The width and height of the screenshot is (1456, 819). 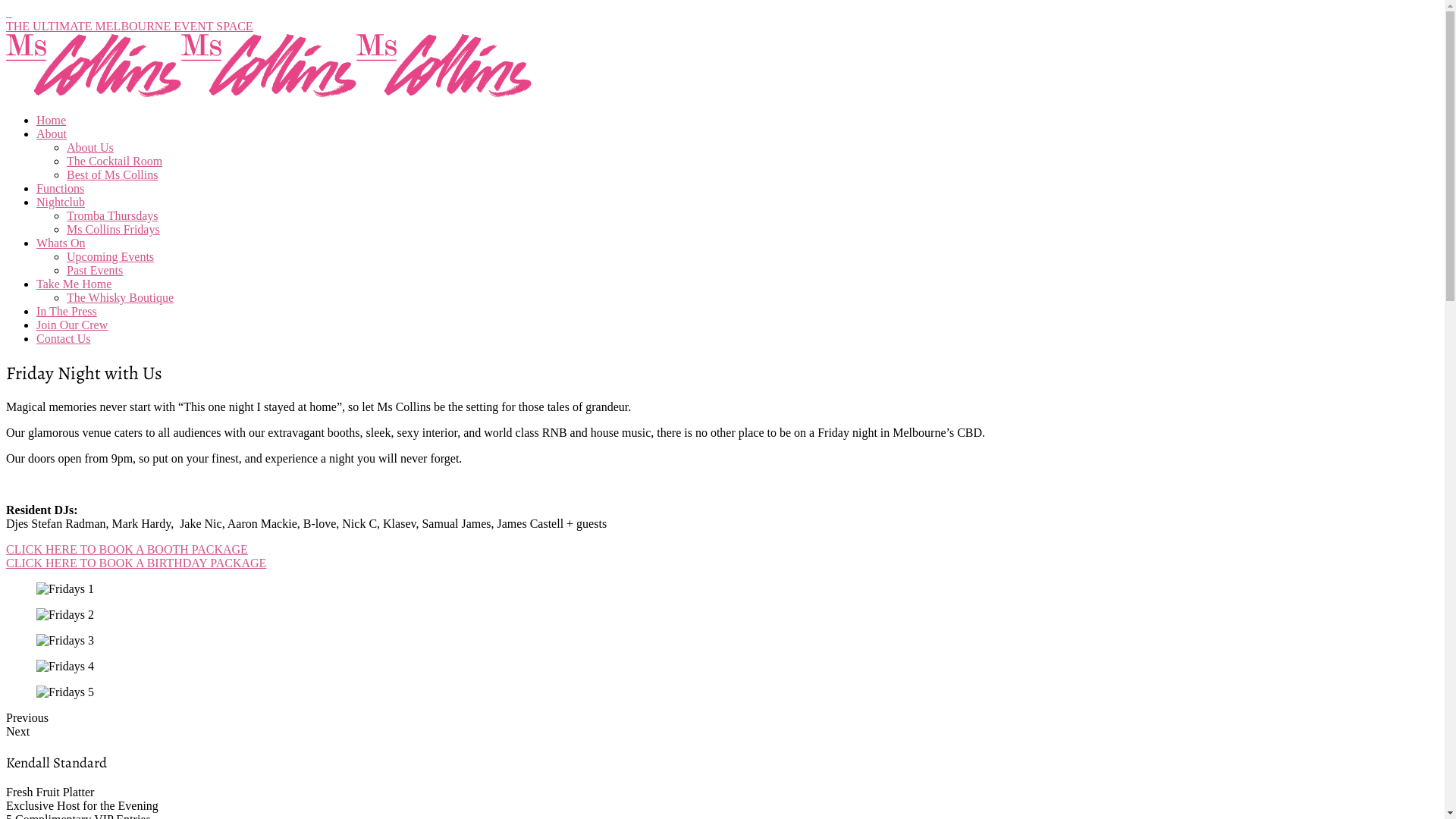 I want to click on 'Ms Collins Fridays', so click(x=112, y=229).